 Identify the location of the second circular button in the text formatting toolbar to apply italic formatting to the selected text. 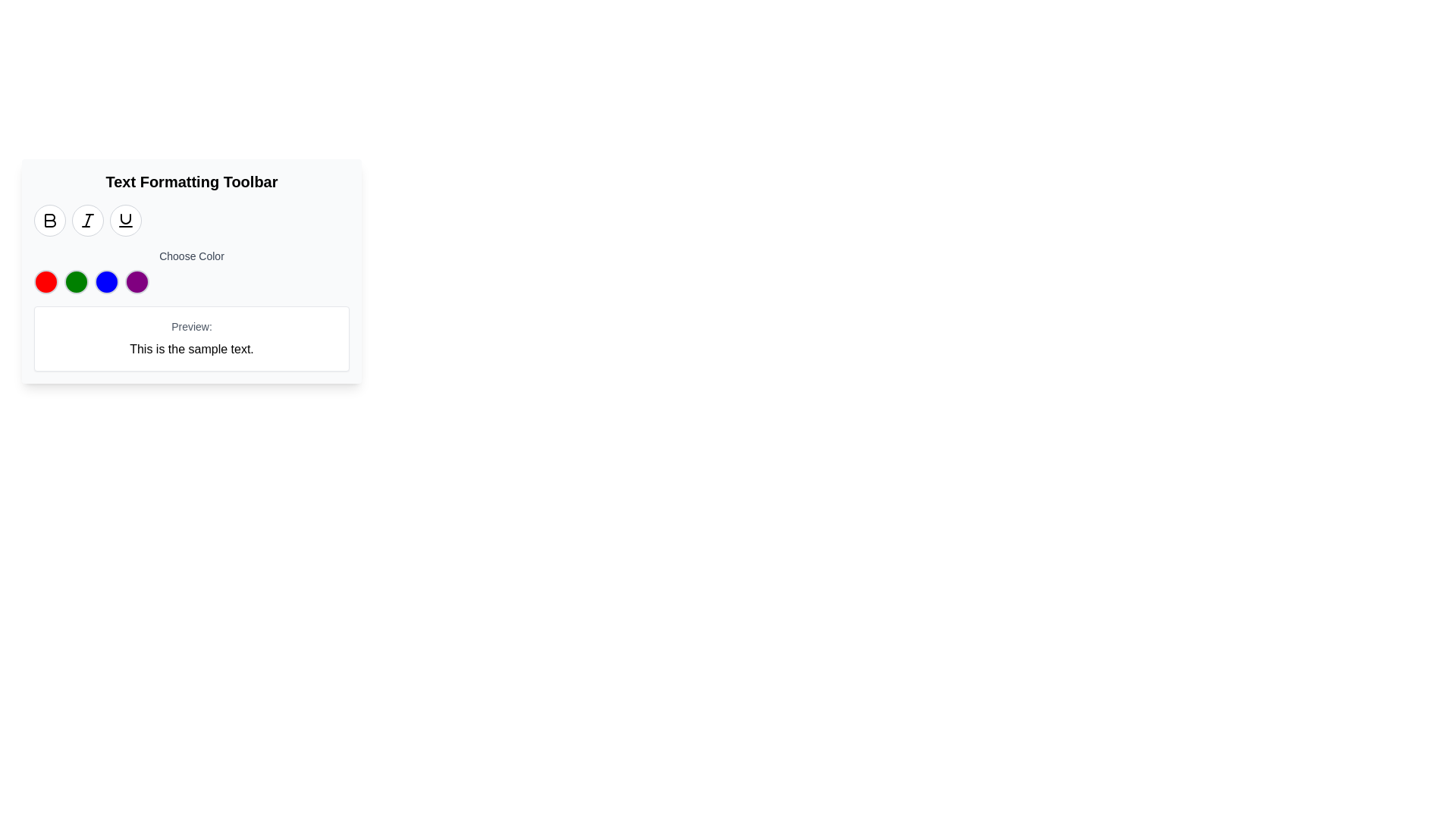
(86, 220).